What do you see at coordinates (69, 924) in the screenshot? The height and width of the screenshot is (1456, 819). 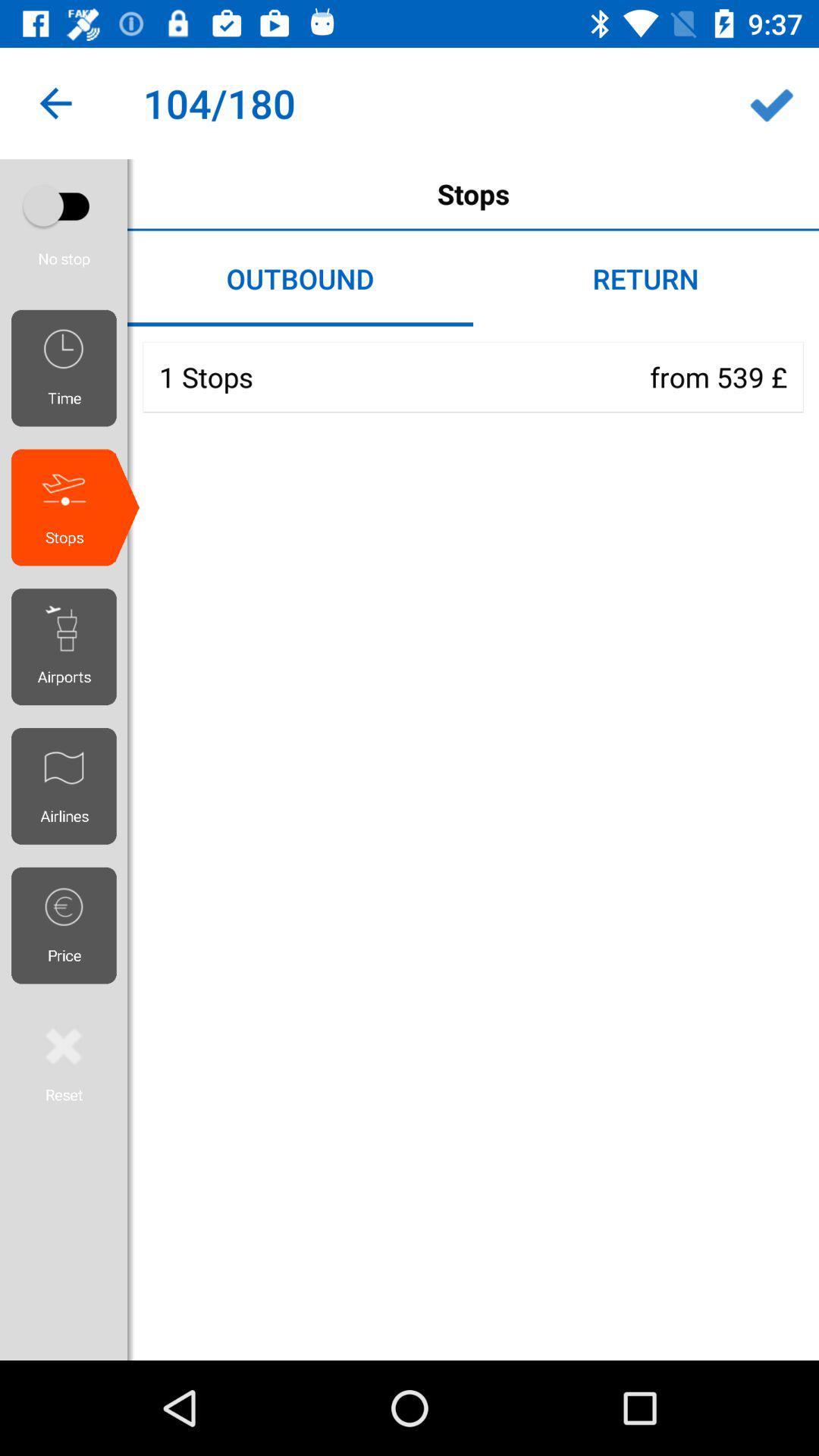 I see `icon below the airlines item` at bounding box center [69, 924].